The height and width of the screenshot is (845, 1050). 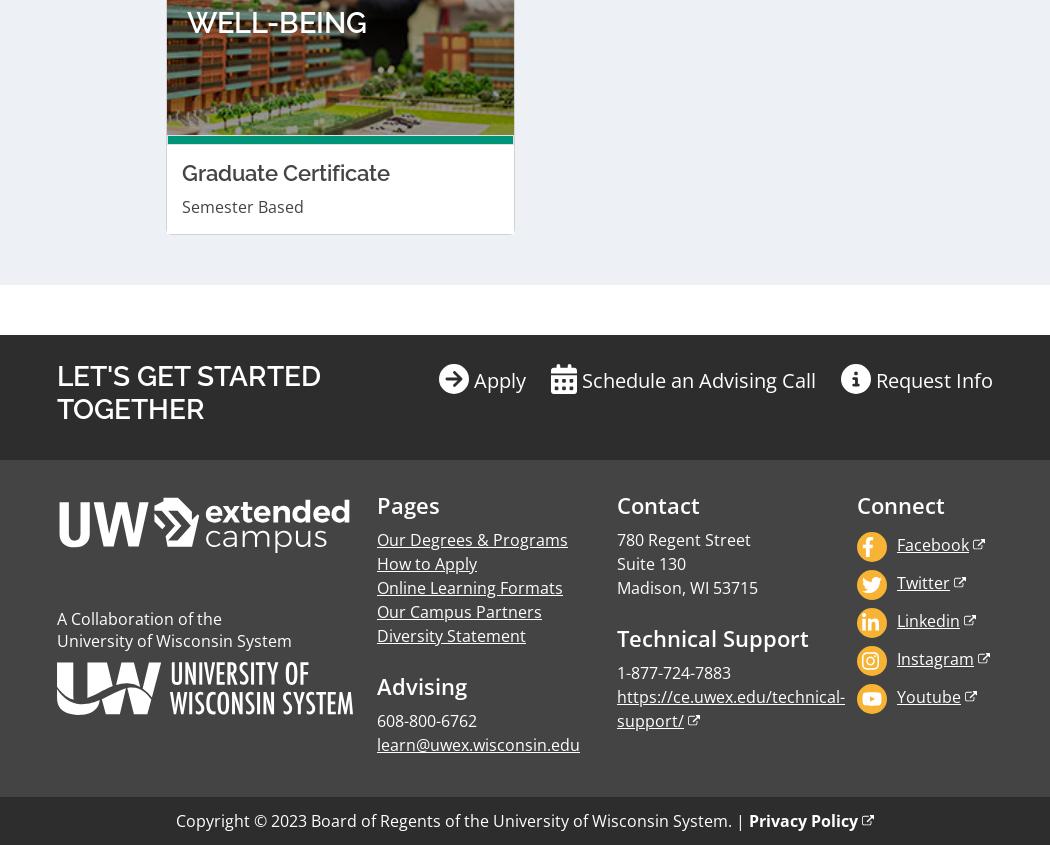 What do you see at coordinates (420, 182) in the screenshot?
I see `'Advising'` at bounding box center [420, 182].